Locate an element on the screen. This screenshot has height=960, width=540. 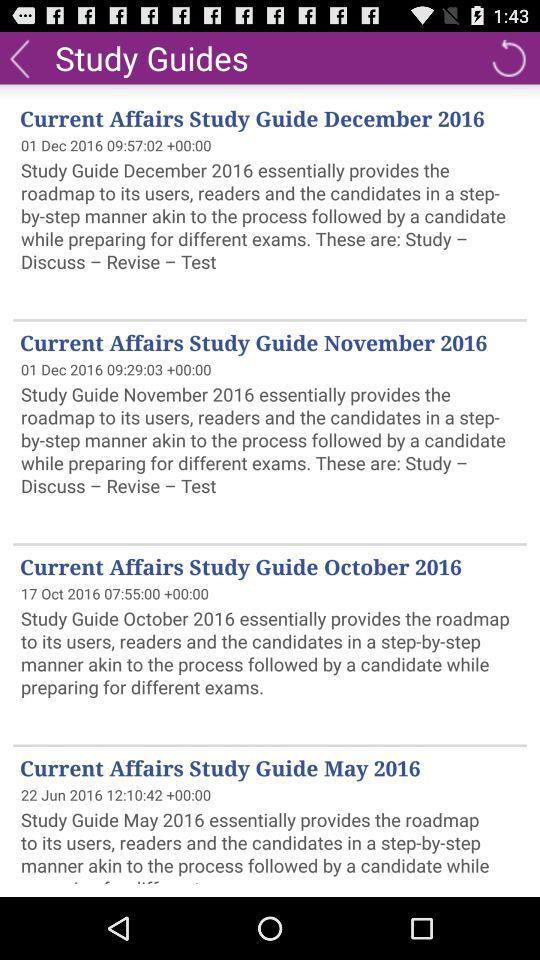
the arrow_backward icon is located at coordinates (18, 61).